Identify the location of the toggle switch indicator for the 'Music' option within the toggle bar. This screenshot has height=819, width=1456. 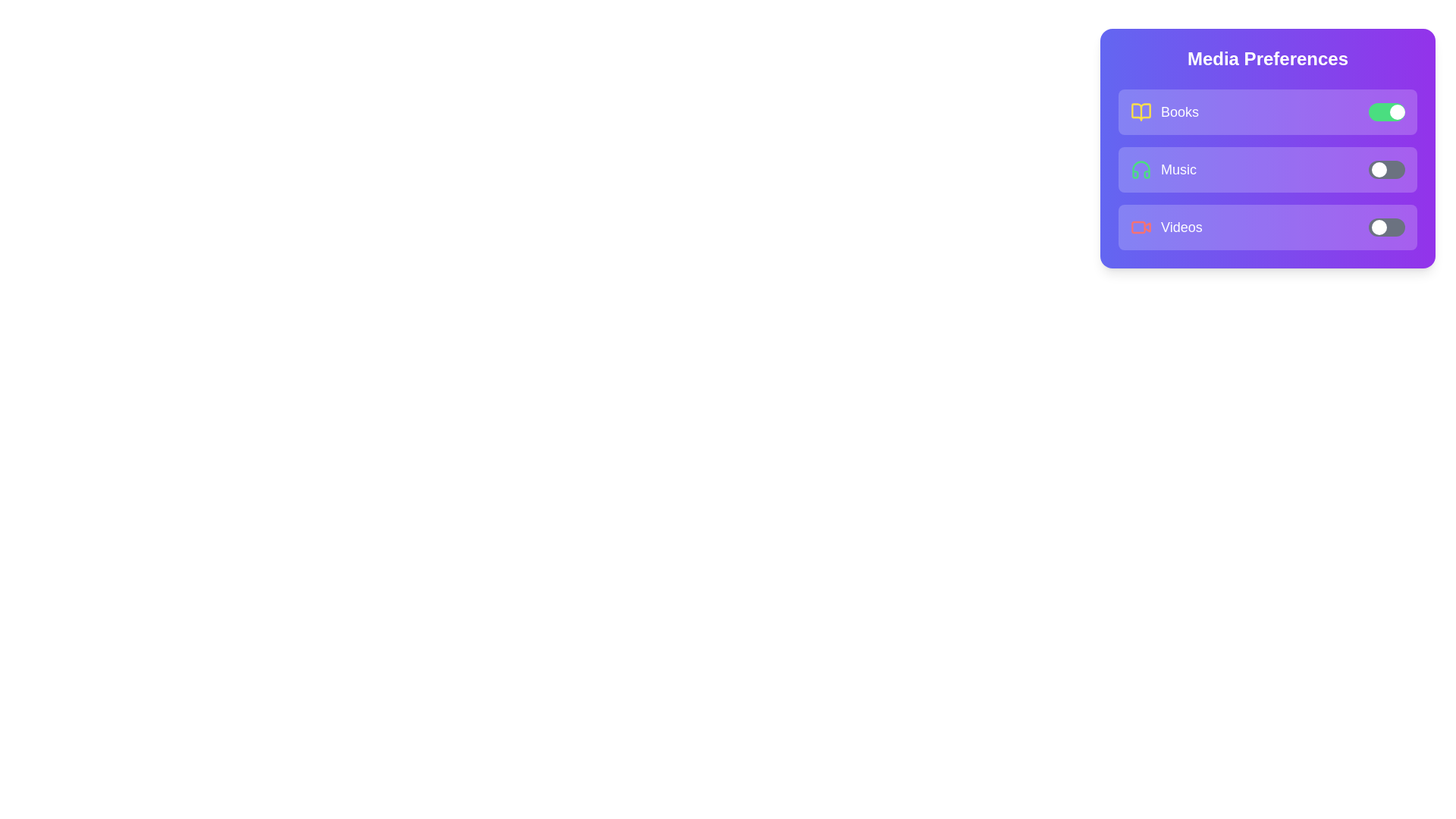
(1379, 169).